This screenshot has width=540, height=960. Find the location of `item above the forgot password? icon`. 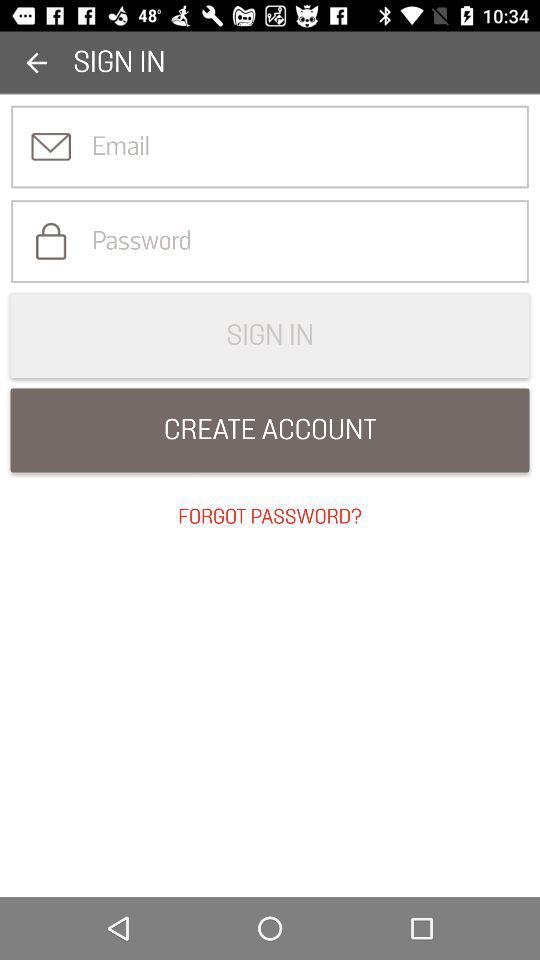

item above the forgot password? icon is located at coordinates (270, 430).